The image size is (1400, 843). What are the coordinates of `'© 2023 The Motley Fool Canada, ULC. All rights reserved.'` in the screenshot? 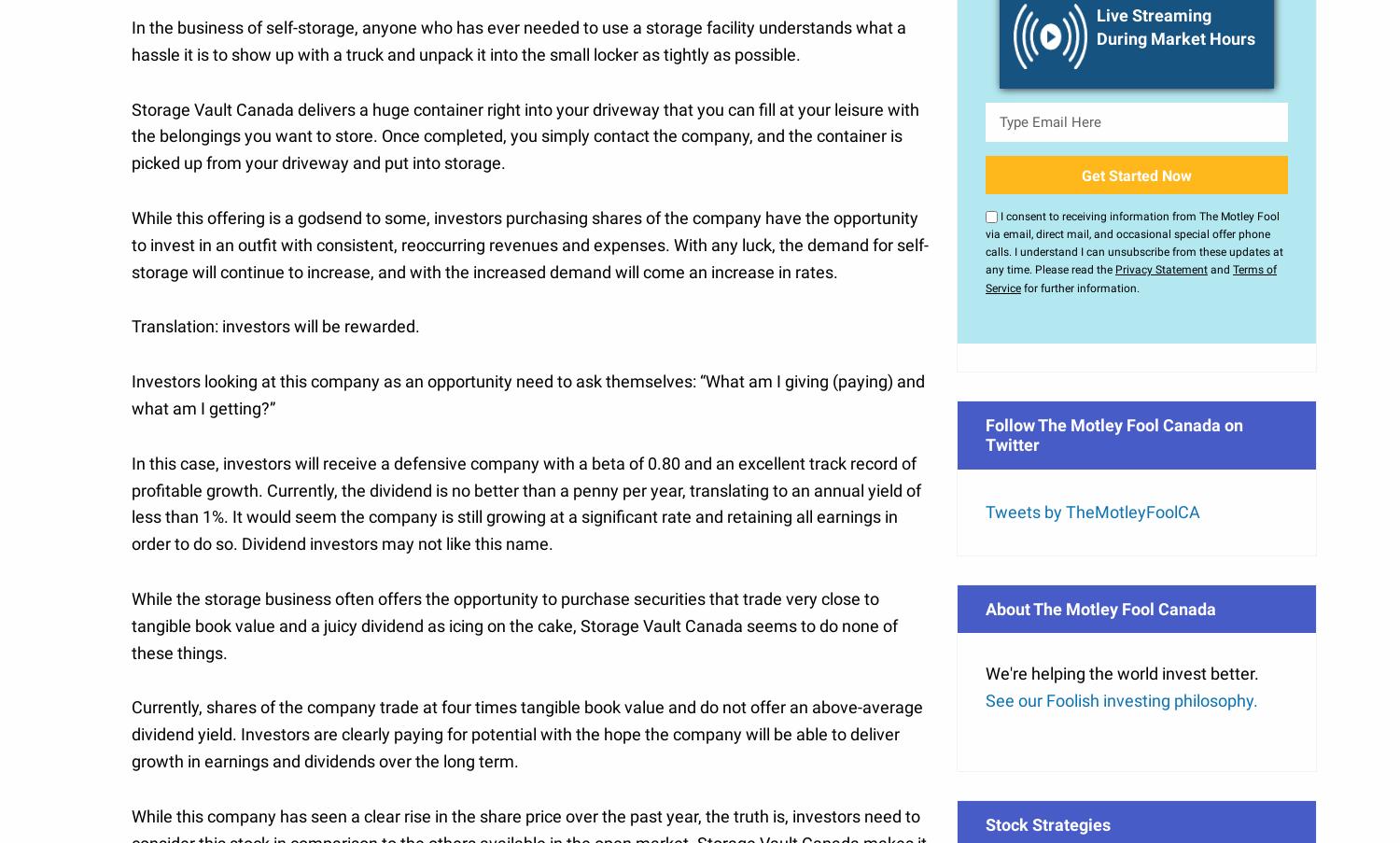 It's located at (700, 675).